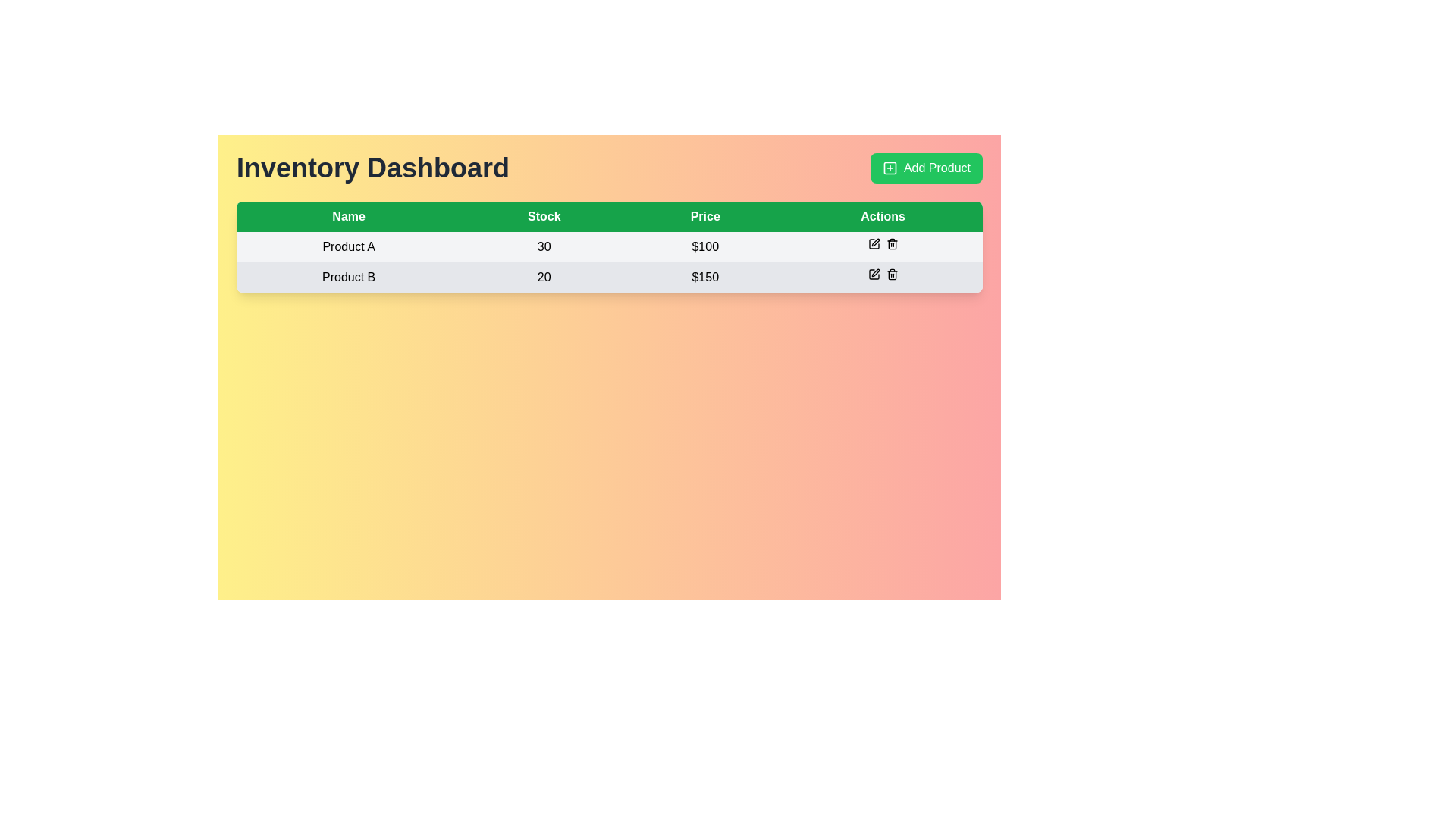 The image size is (1456, 819). I want to click on the main rectangular portion of the trash can icon located in the 'Actions' column of the second row in the displayed table, so click(892, 275).